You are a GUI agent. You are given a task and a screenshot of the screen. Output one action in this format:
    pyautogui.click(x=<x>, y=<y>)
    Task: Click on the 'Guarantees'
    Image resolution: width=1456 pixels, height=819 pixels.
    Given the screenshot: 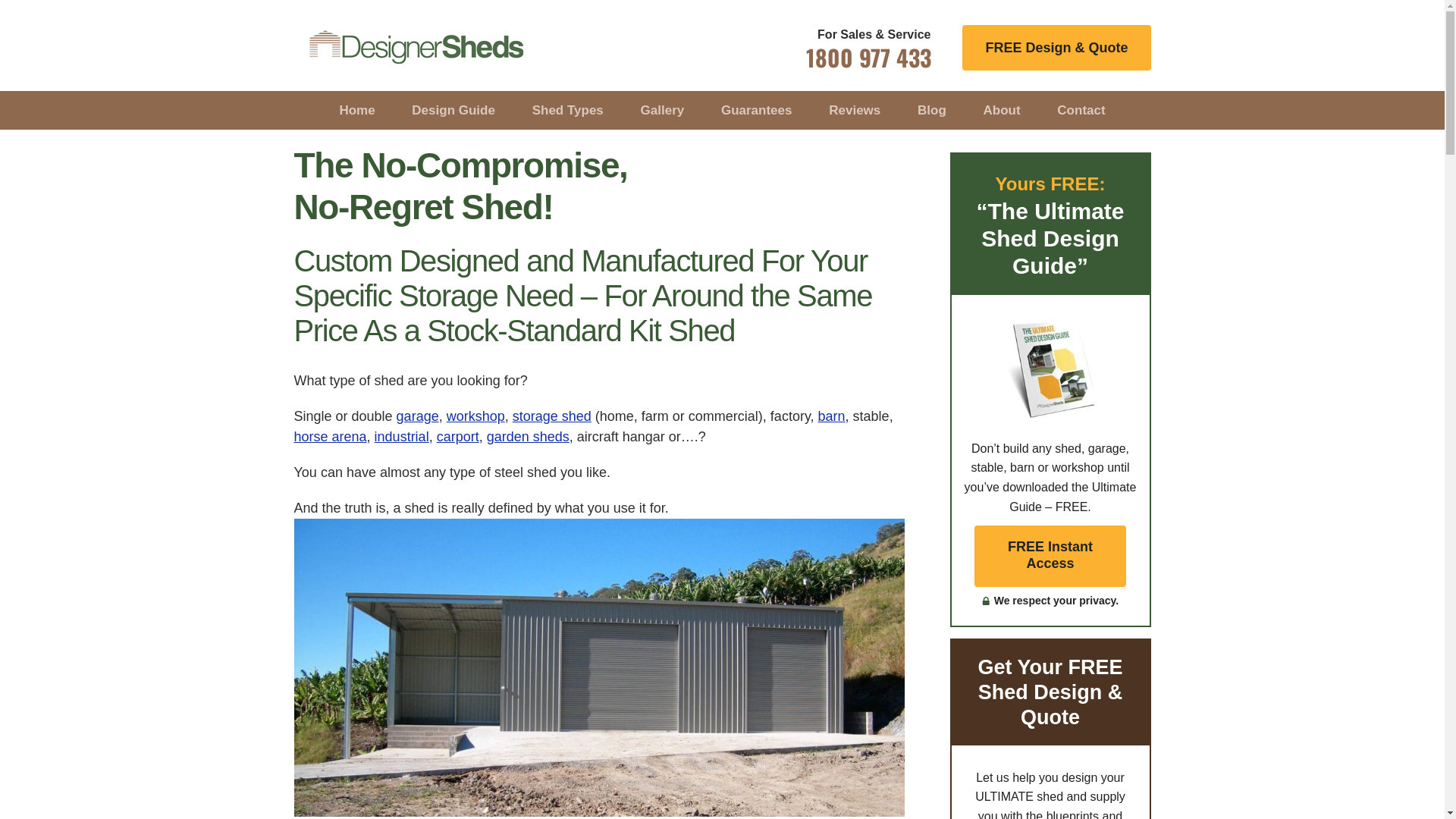 What is the action you would take?
    pyautogui.click(x=757, y=109)
    